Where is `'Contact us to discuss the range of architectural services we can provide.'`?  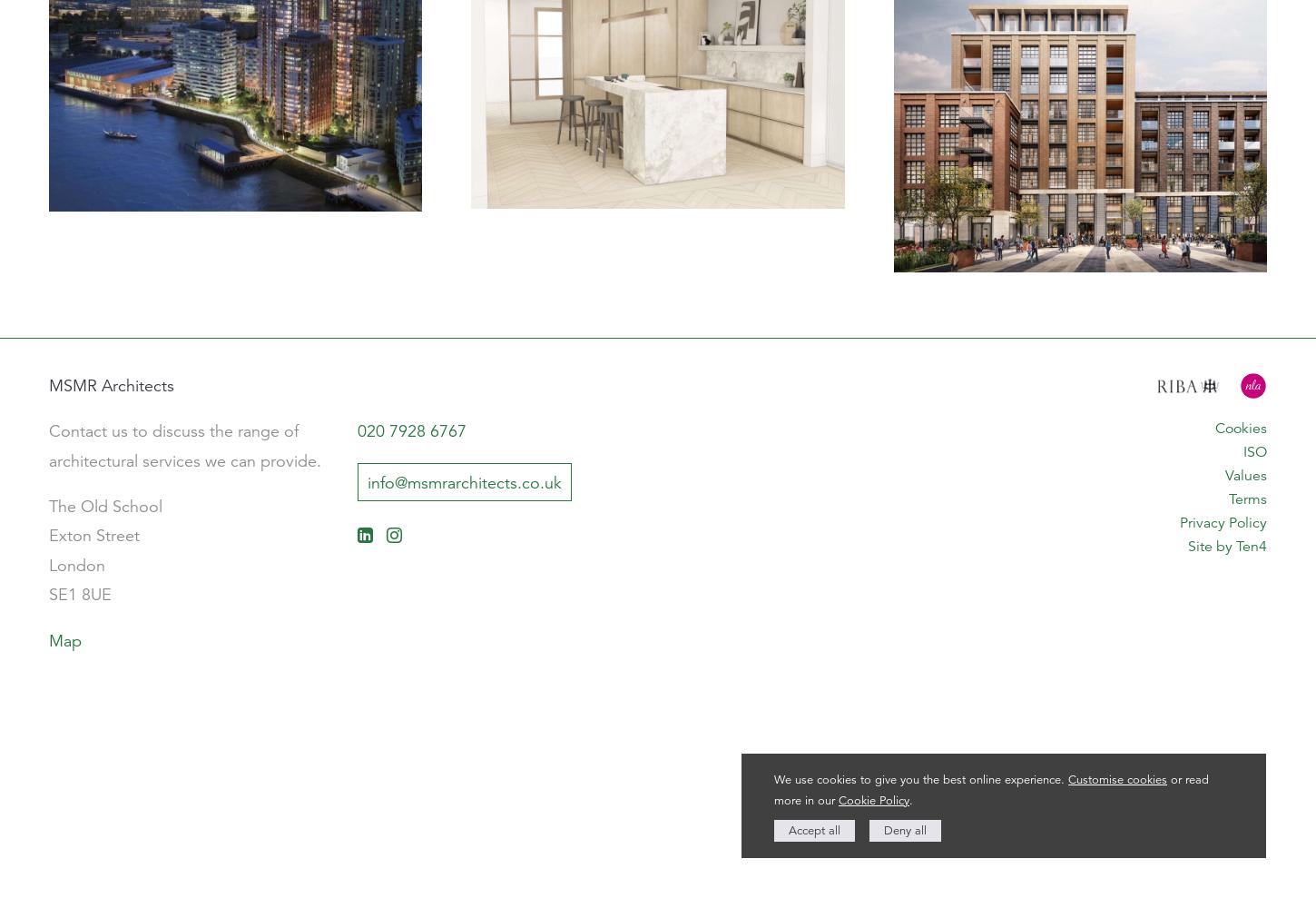
'Contact us to discuss the range of architectural services we can provide.' is located at coordinates (184, 445).